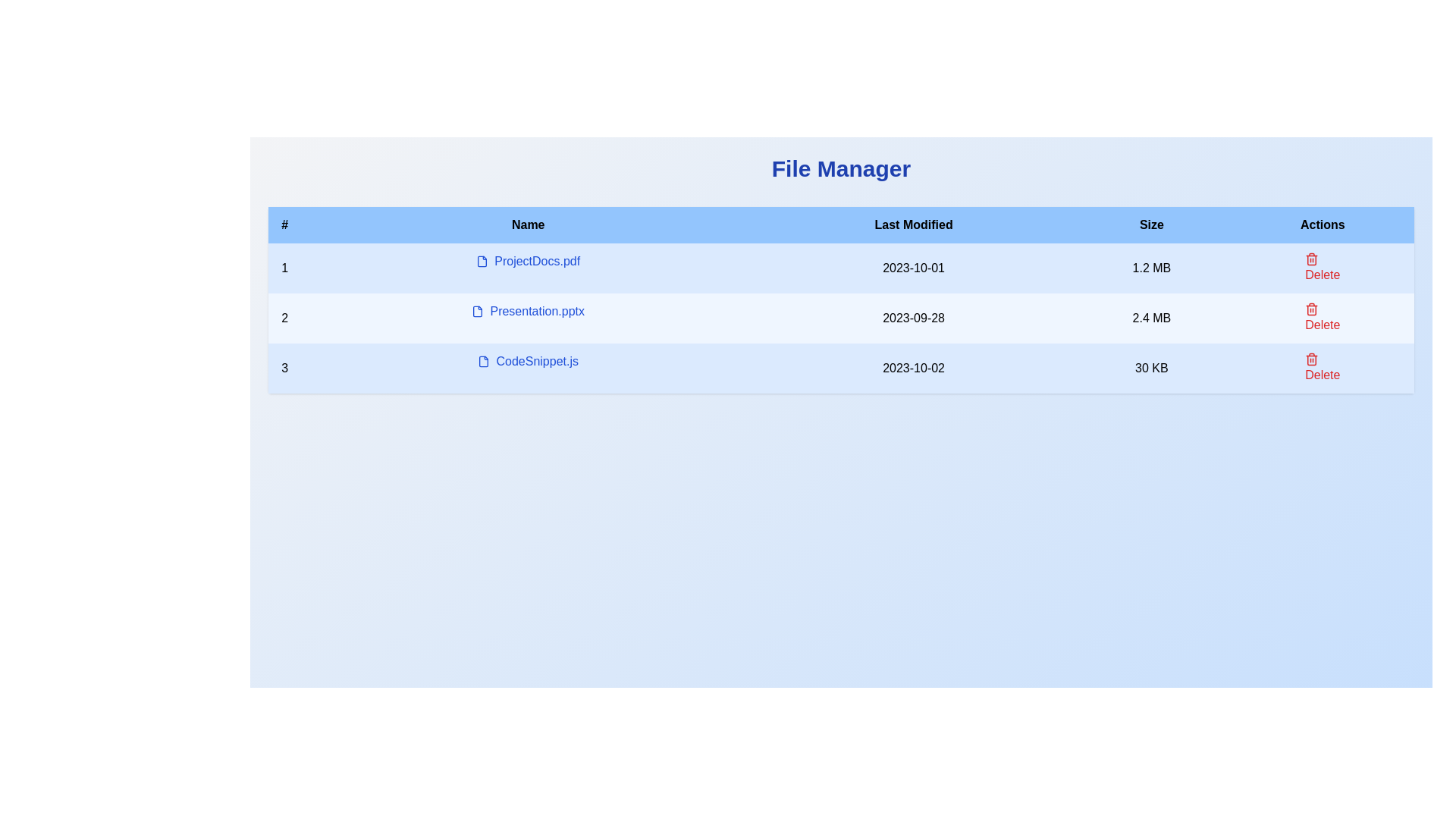  Describe the element at coordinates (482, 260) in the screenshot. I see `the document icon located in the first row of the table, adjacent to the 'ProjectDocs.pdf' label` at that location.